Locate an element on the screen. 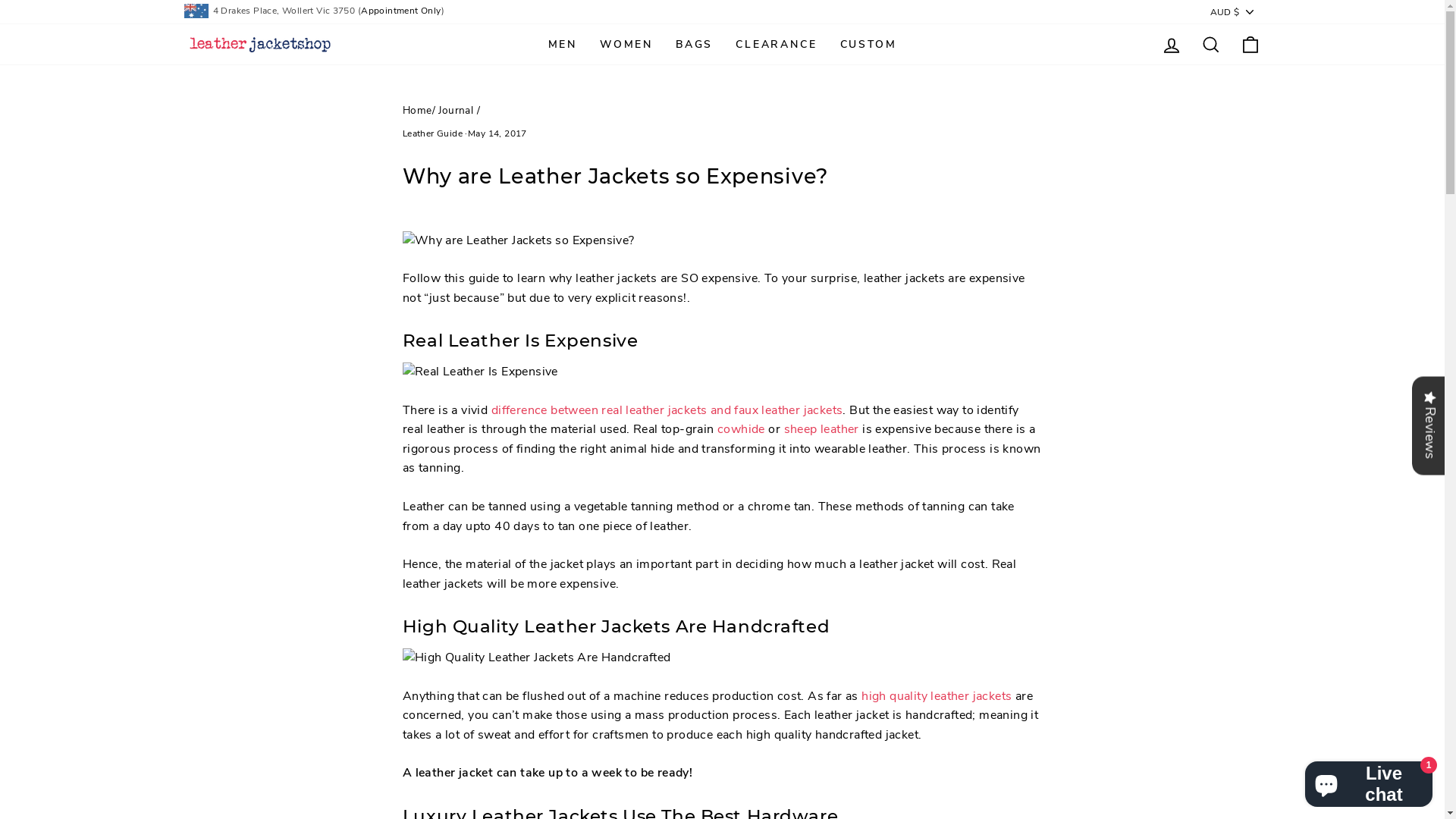 The width and height of the screenshot is (1456, 819). 'LOG IN' is located at coordinates (1150, 43).